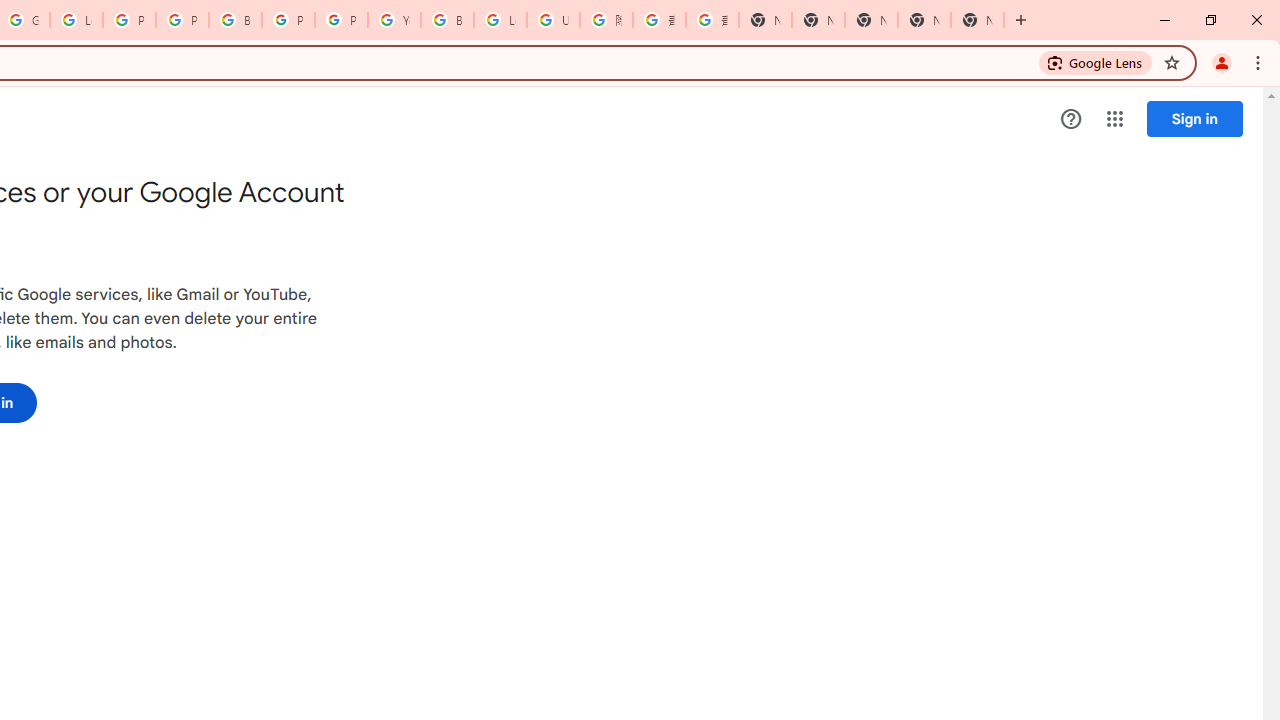 The image size is (1280, 720). What do you see at coordinates (1094, 61) in the screenshot?
I see `'Search with Google Lens'` at bounding box center [1094, 61].